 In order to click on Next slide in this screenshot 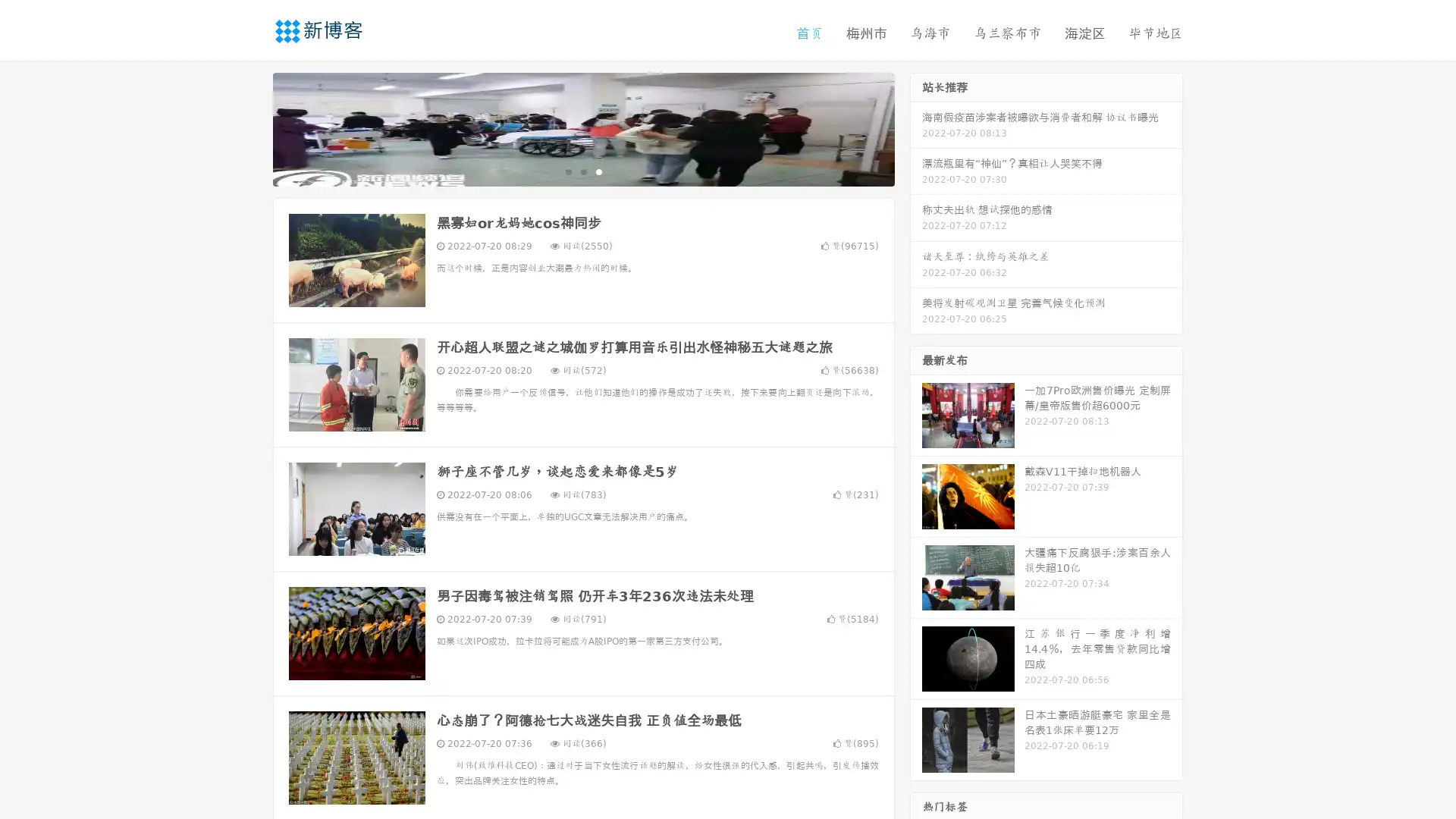, I will do `click(916, 127)`.